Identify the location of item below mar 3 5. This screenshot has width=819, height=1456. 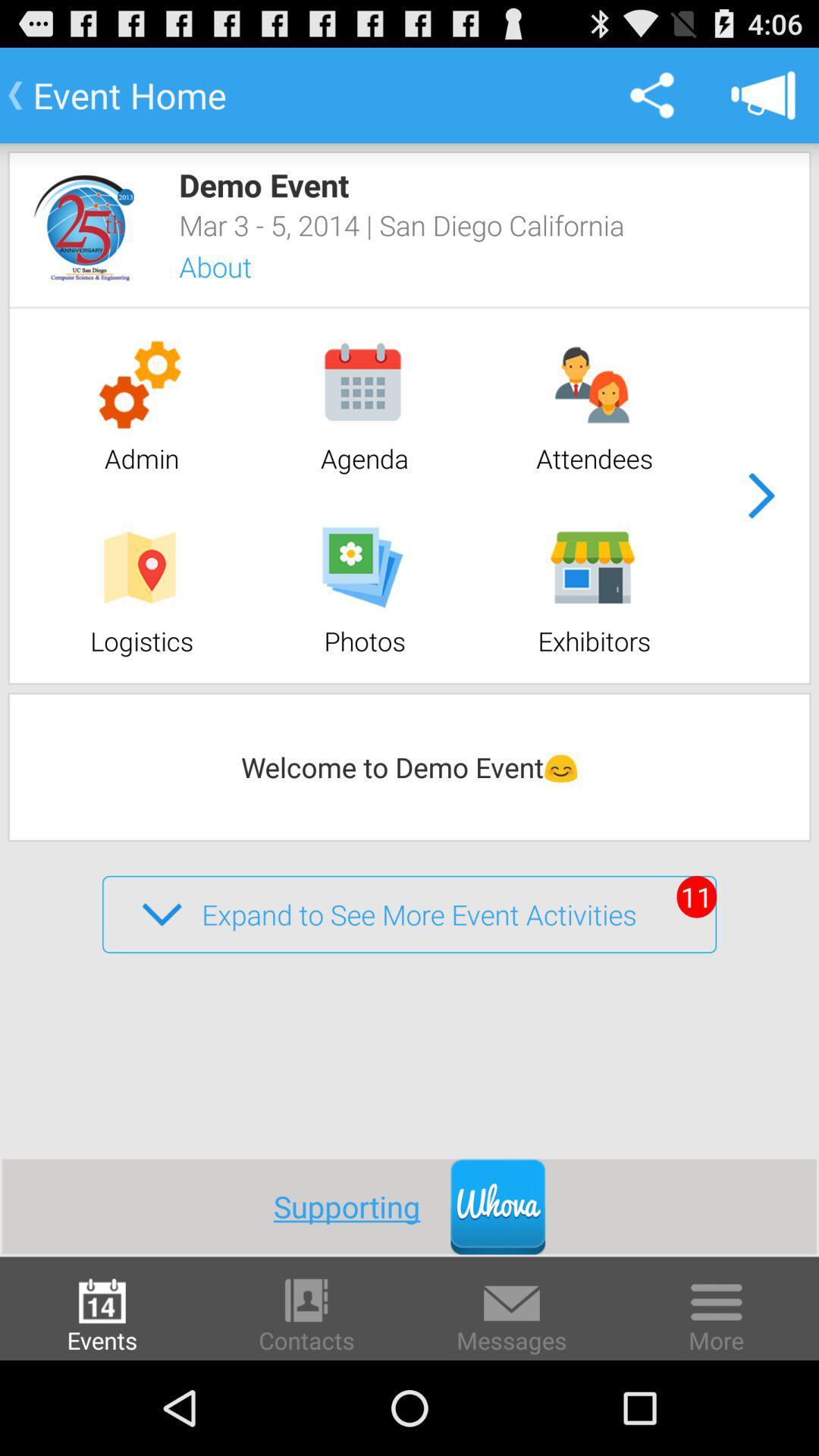
(235, 268).